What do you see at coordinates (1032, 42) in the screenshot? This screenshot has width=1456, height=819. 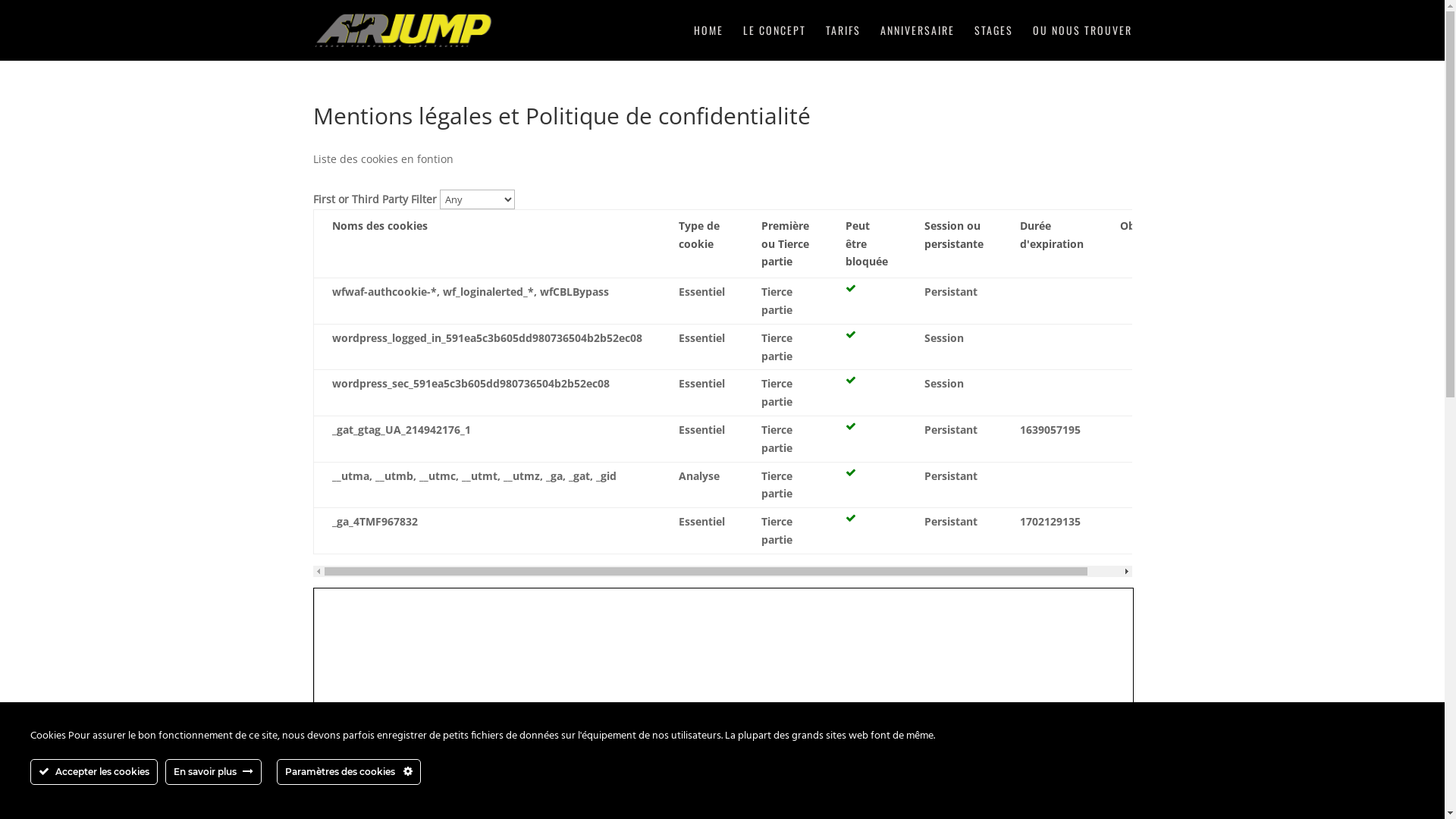 I see `'OU NOUS TROUVER'` at bounding box center [1032, 42].